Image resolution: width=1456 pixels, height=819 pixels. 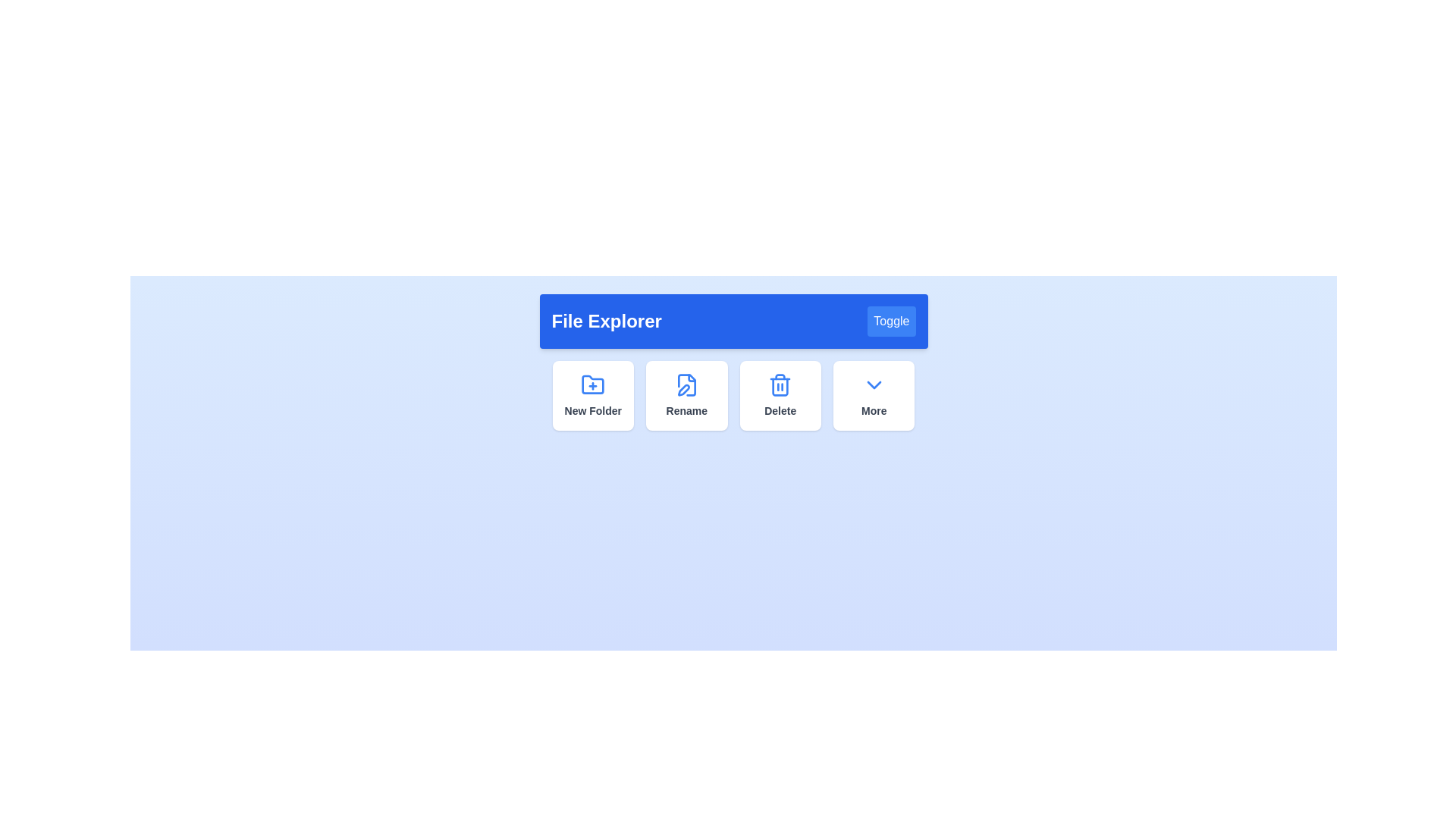 I want to click on the 'More' button to expand its options, so click(x=874, y=394).